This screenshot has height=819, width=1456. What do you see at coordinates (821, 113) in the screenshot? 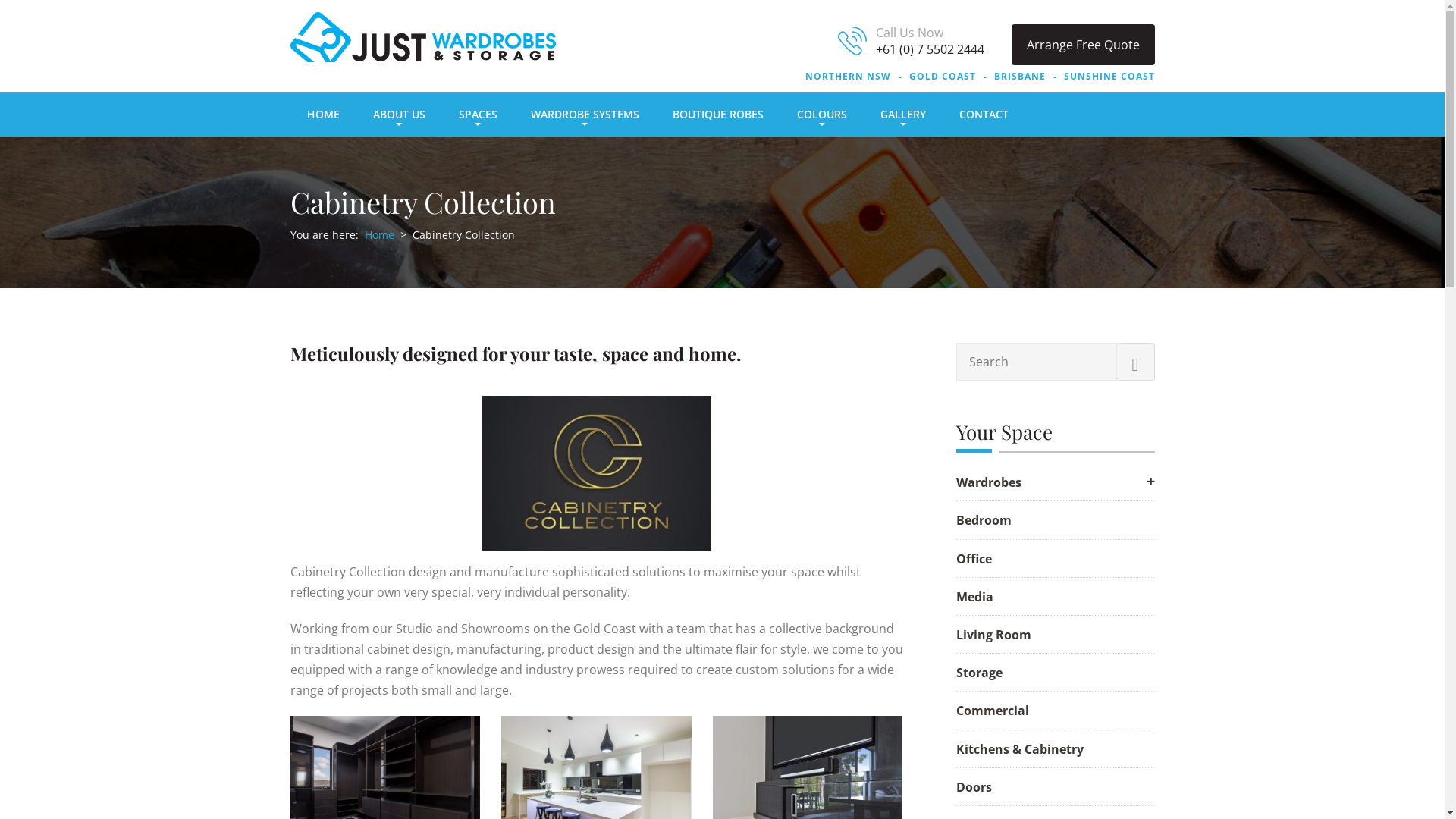
I see `'COLOURS'` at bounding box center [821, 113].